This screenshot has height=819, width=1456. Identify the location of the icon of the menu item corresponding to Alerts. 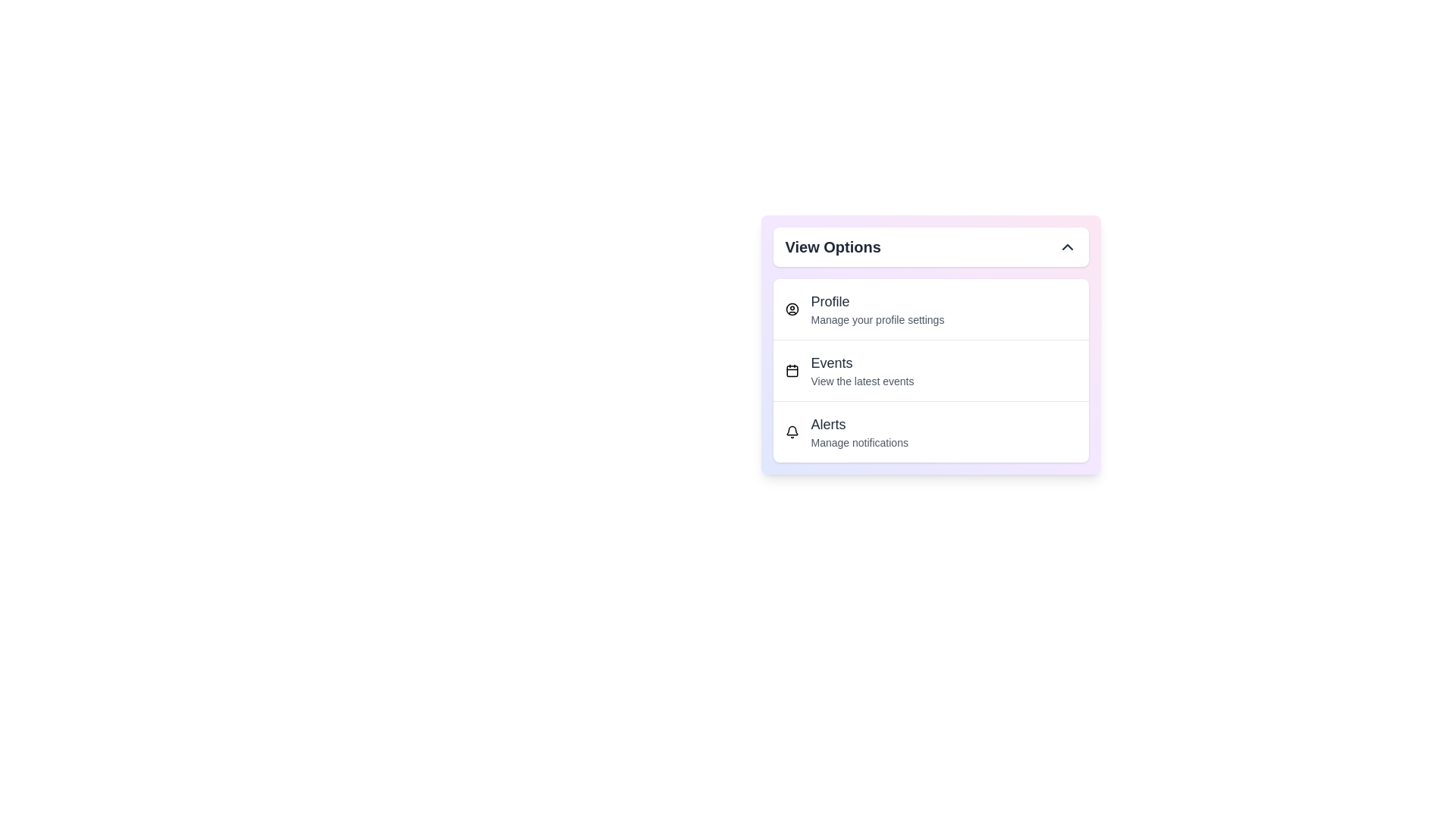
(791, 432).